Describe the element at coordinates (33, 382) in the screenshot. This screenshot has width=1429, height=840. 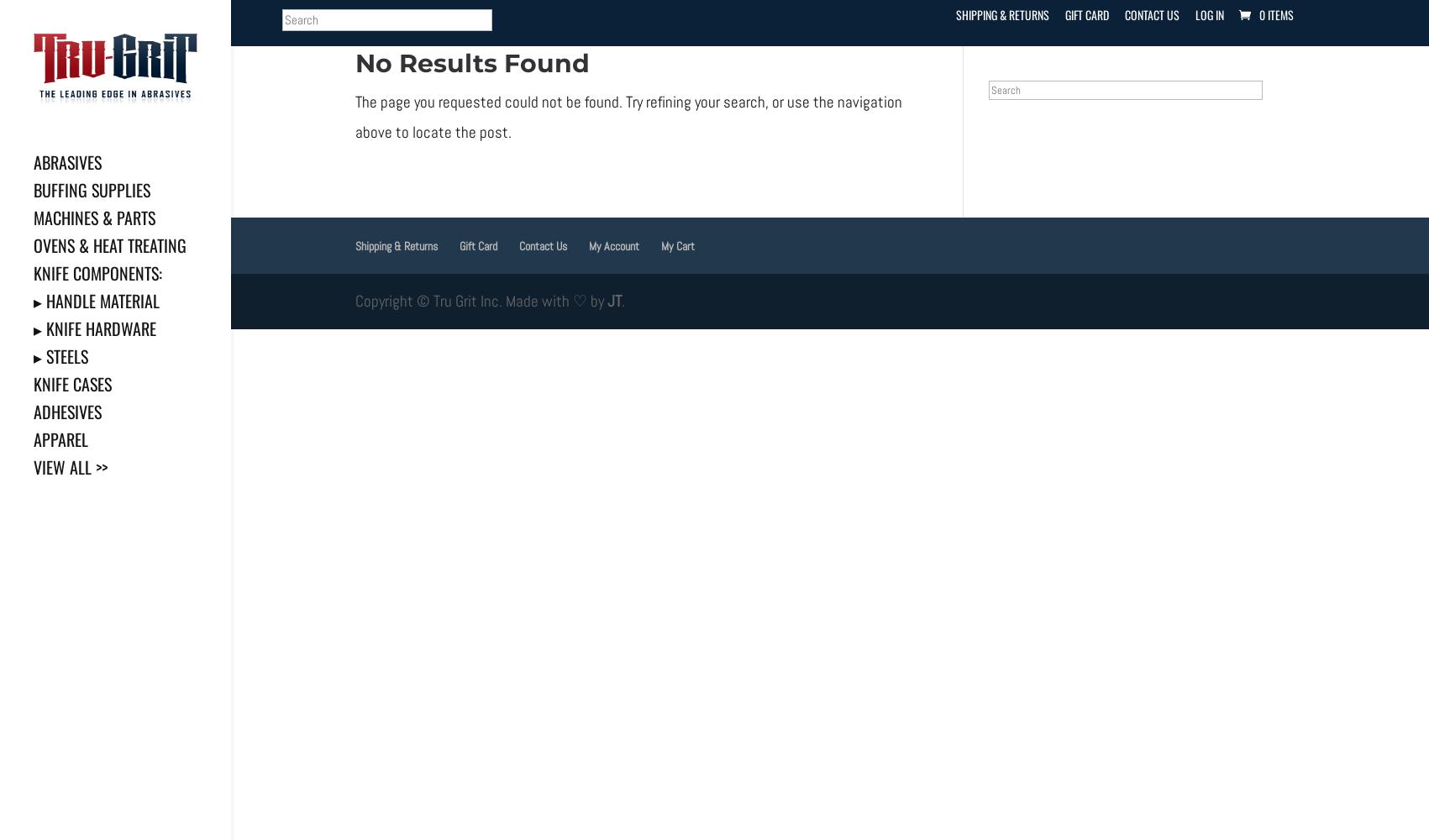
I see `'Knife Cases'` at that location.